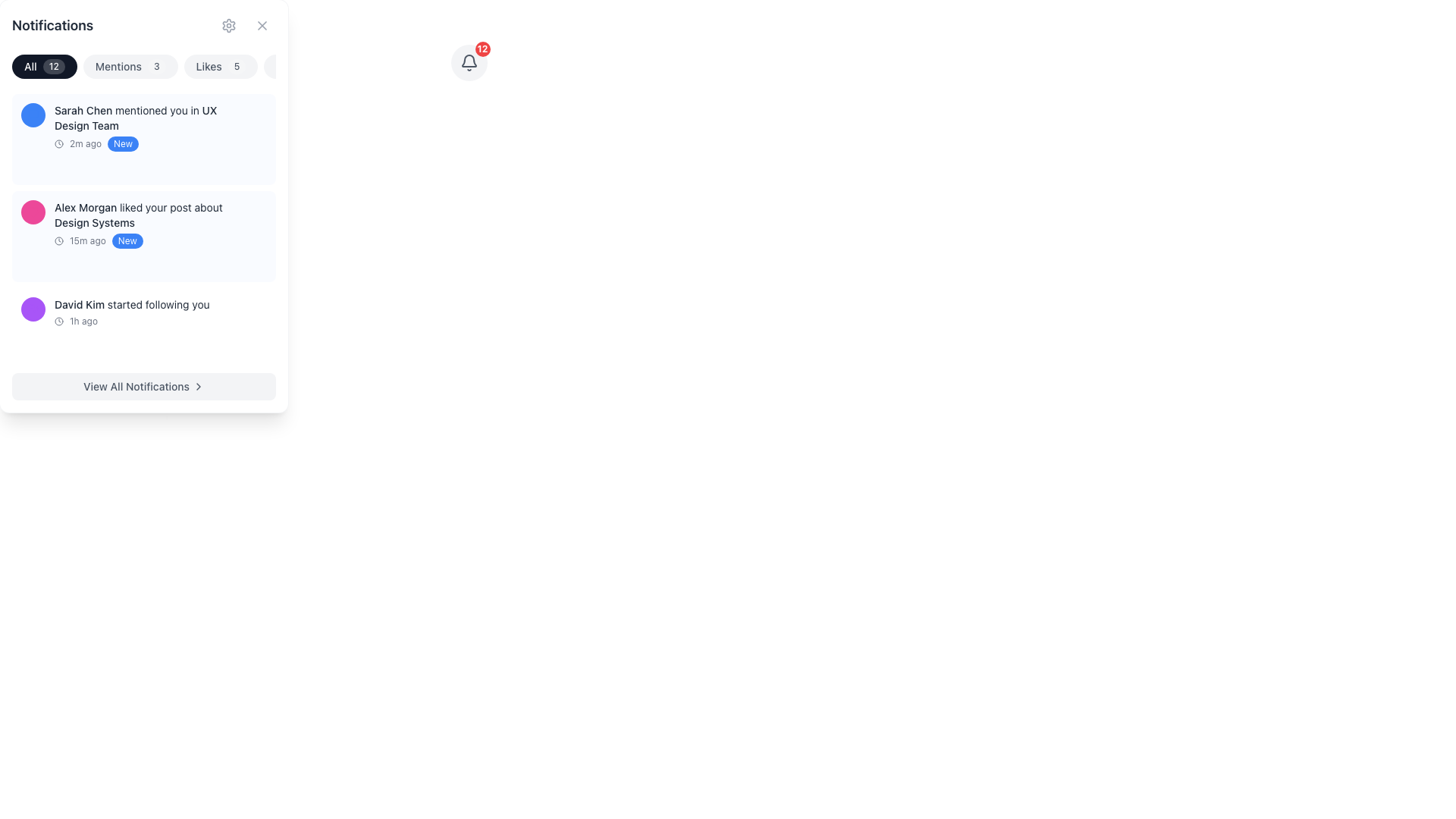  I want to click on the bell icon in the upper right region of the interface, so click(468, 62).